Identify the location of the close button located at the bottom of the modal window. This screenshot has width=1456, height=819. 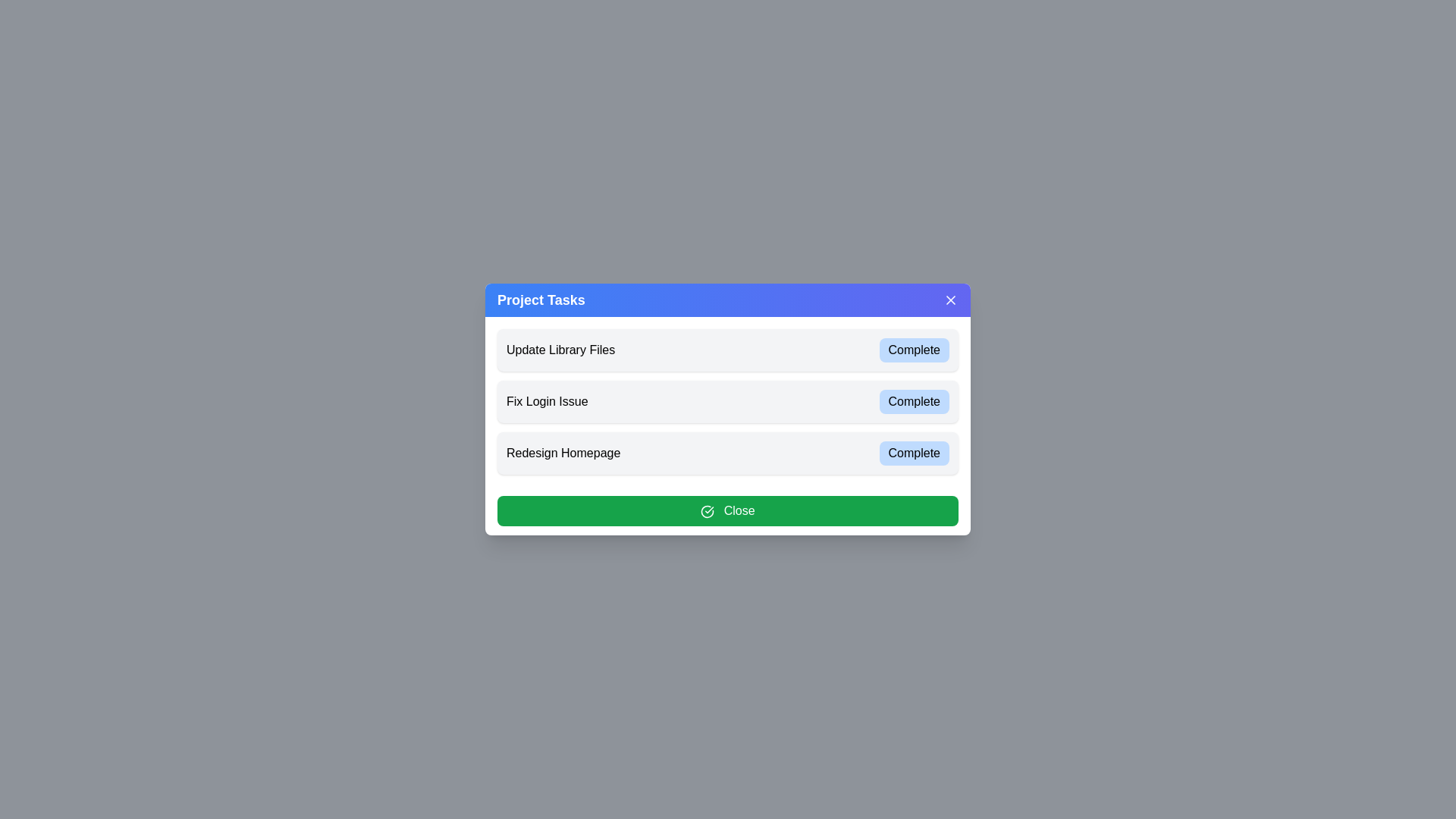
(728, 511).